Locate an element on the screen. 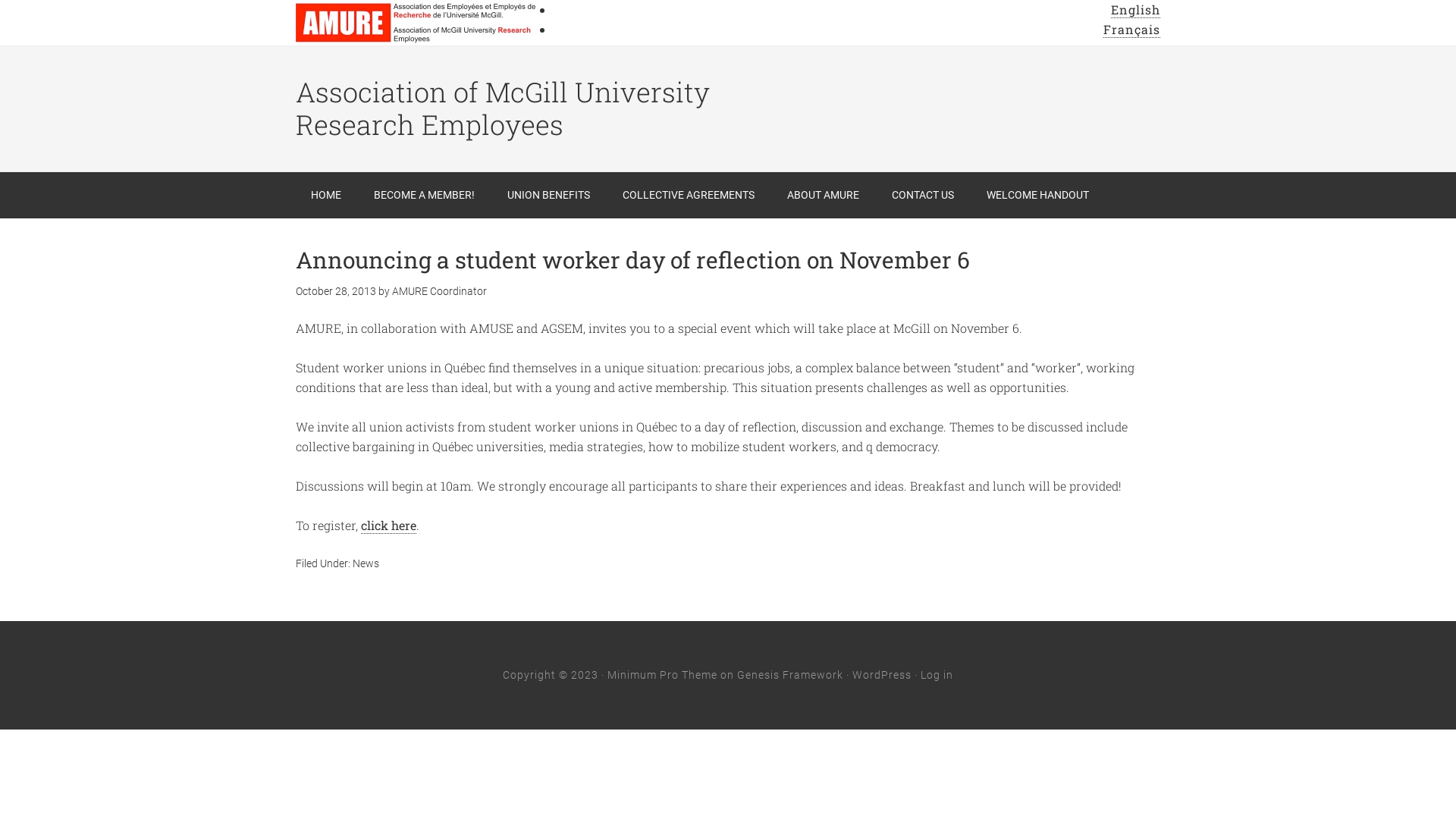 This screenshot has width=1456, height=819. 'HOME' is located at coordinates (325, 194).